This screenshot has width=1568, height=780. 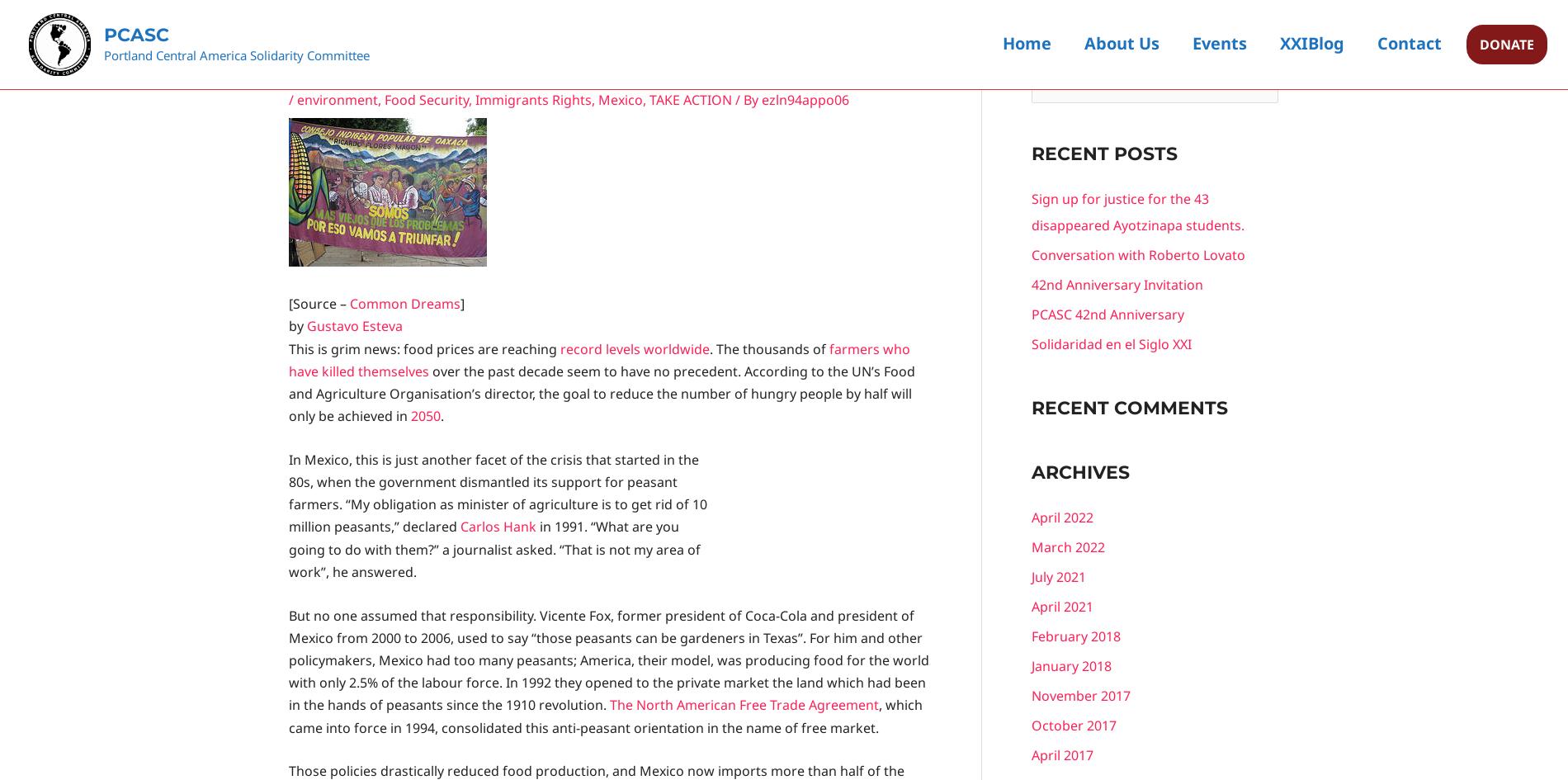 What do you see at coordinates (642, 348) in the screenshot?
I see `'worldwide'` at bounding box center [642, 348].